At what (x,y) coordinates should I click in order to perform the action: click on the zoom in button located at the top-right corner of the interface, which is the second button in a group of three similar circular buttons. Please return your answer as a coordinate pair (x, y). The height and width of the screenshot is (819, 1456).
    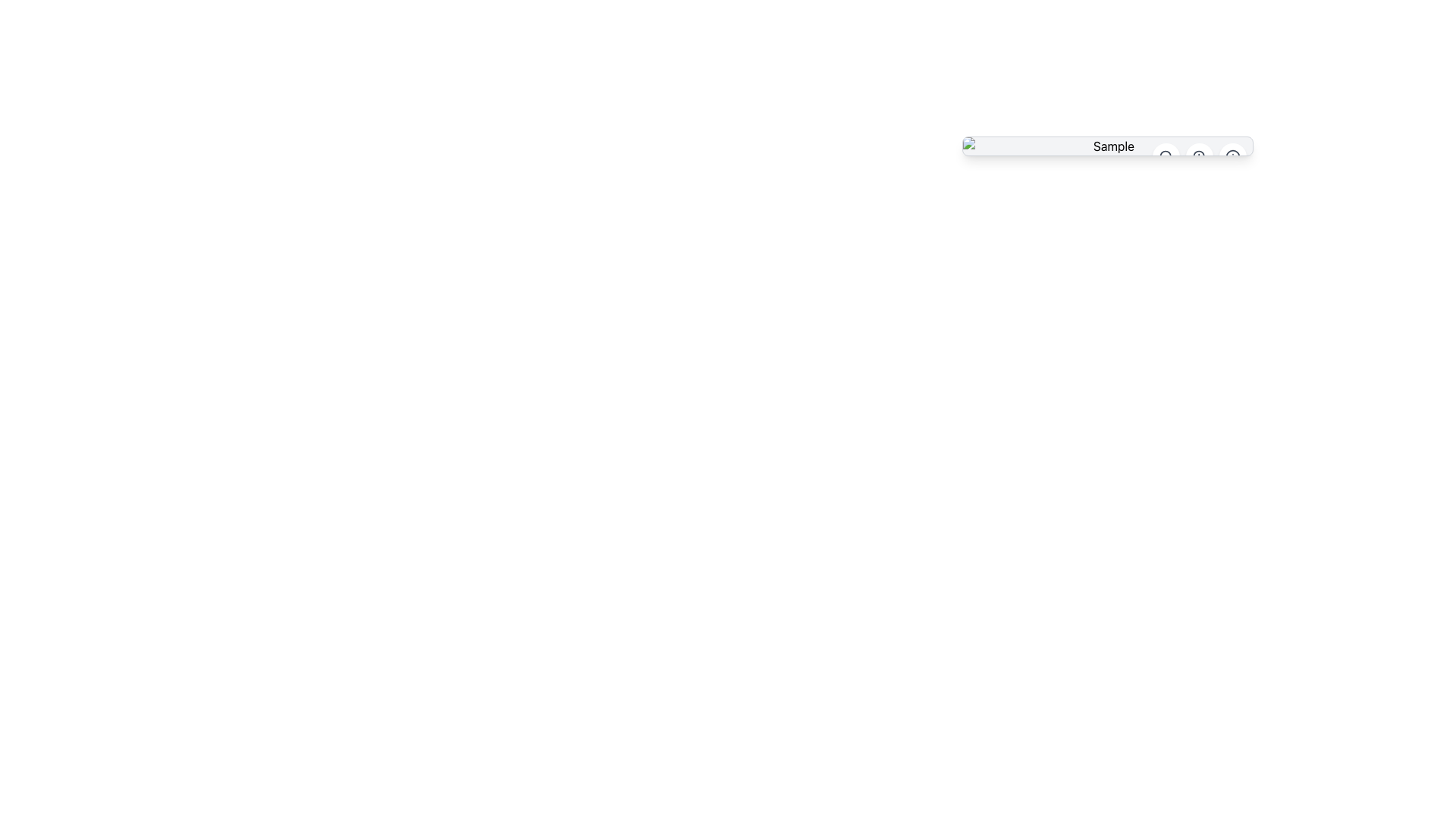
    Looking at the image, I should click on (1199, 157).